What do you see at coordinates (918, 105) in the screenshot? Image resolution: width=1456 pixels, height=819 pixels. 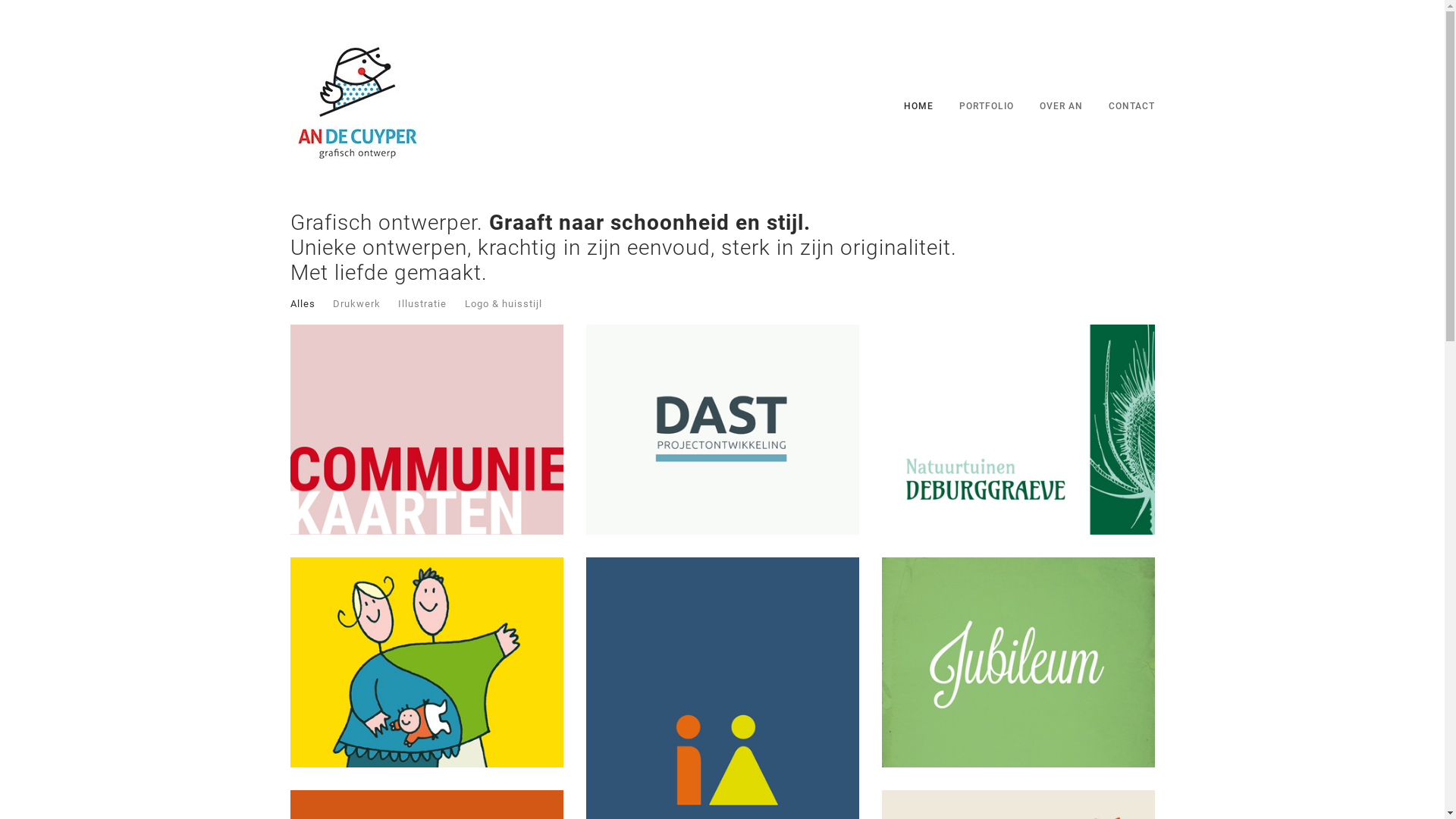 I see `'HOME'` at bounding box center [918, 105].